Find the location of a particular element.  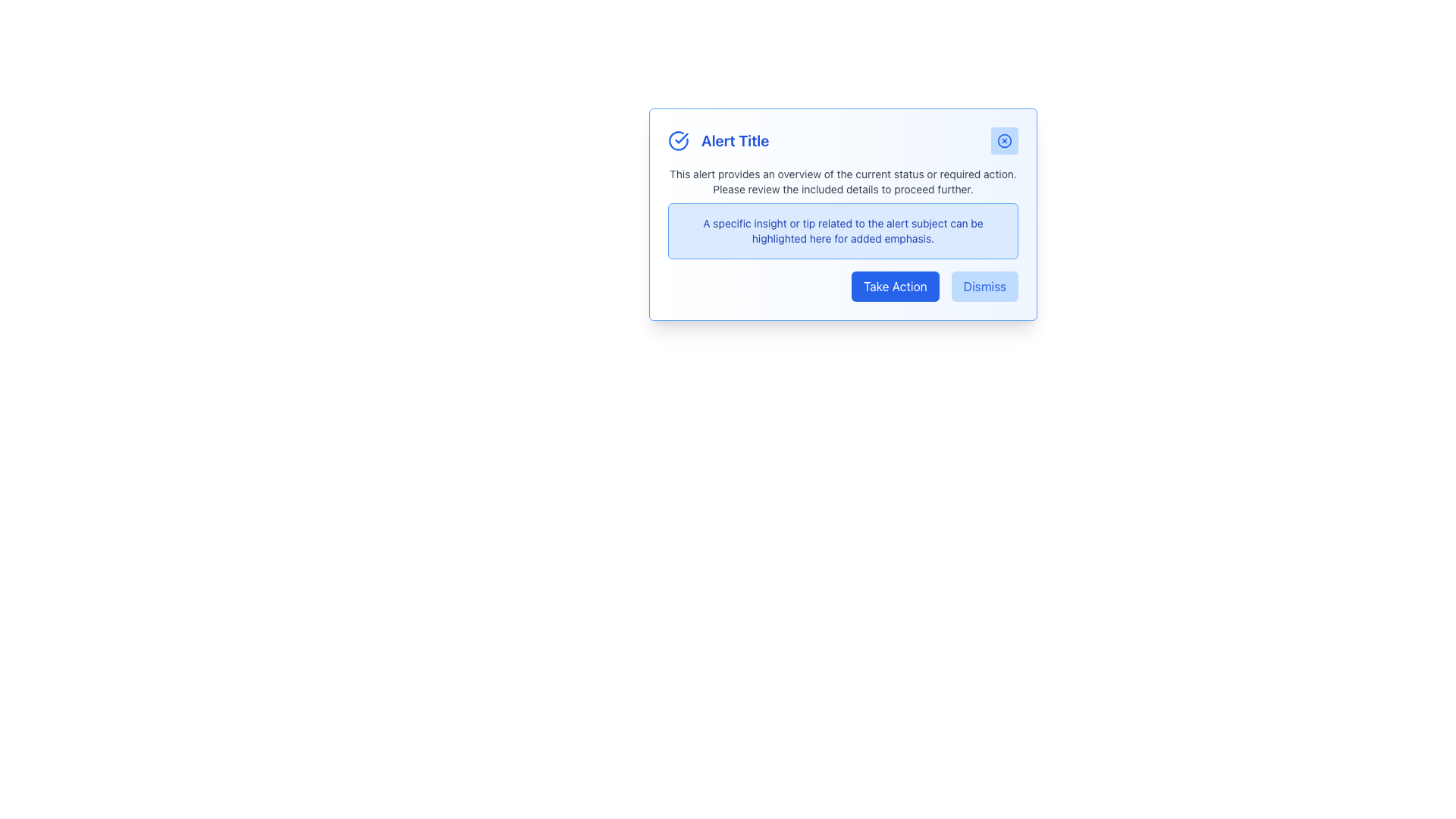

the dismiss button icon, which is a circular blue outline with an X mark in the center, located at the top-right corner of the alert dialog box is located at coordinates (1004, 140).